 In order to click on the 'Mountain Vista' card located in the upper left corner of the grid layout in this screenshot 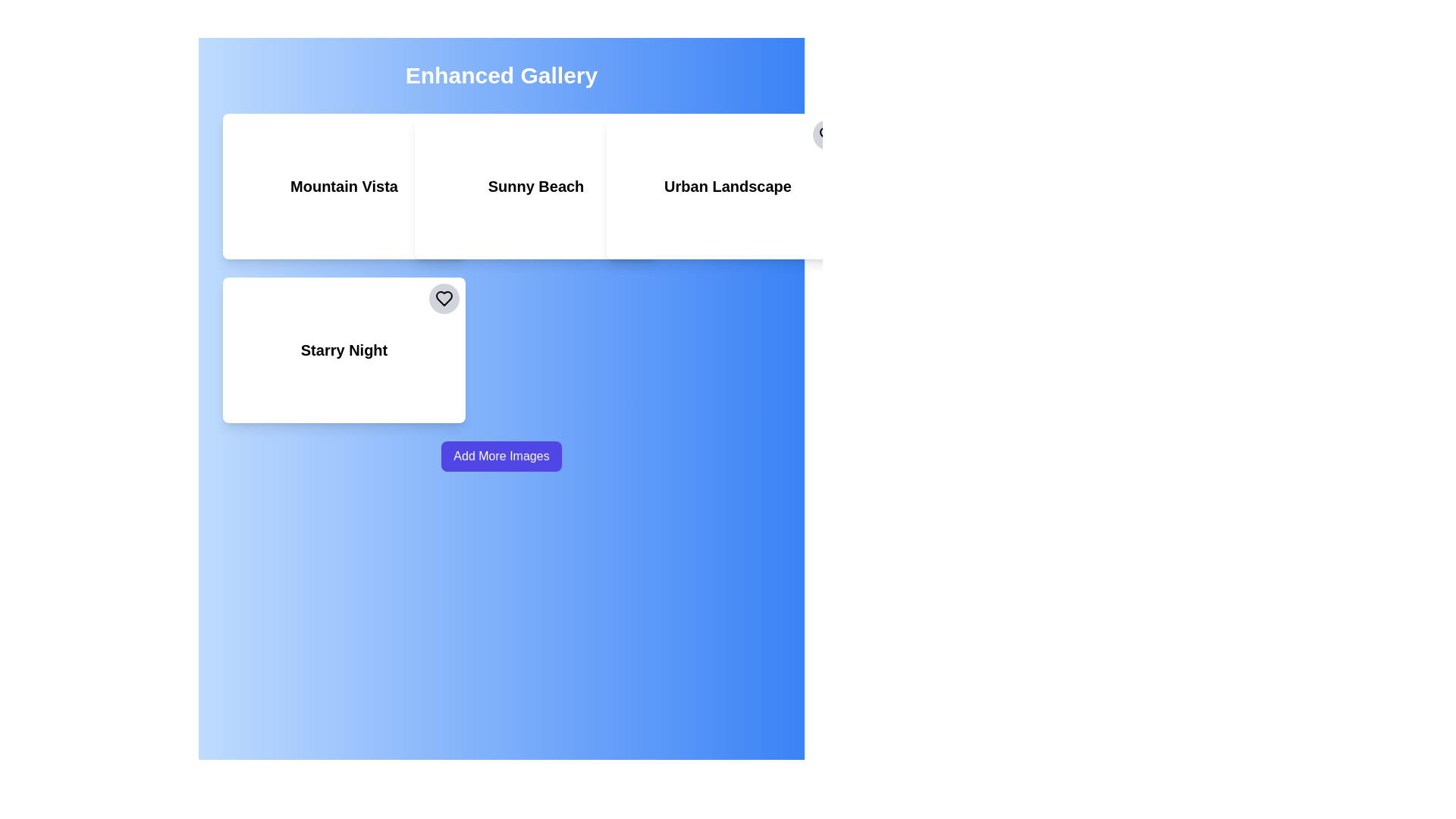, I will do `click(344, 186)`.